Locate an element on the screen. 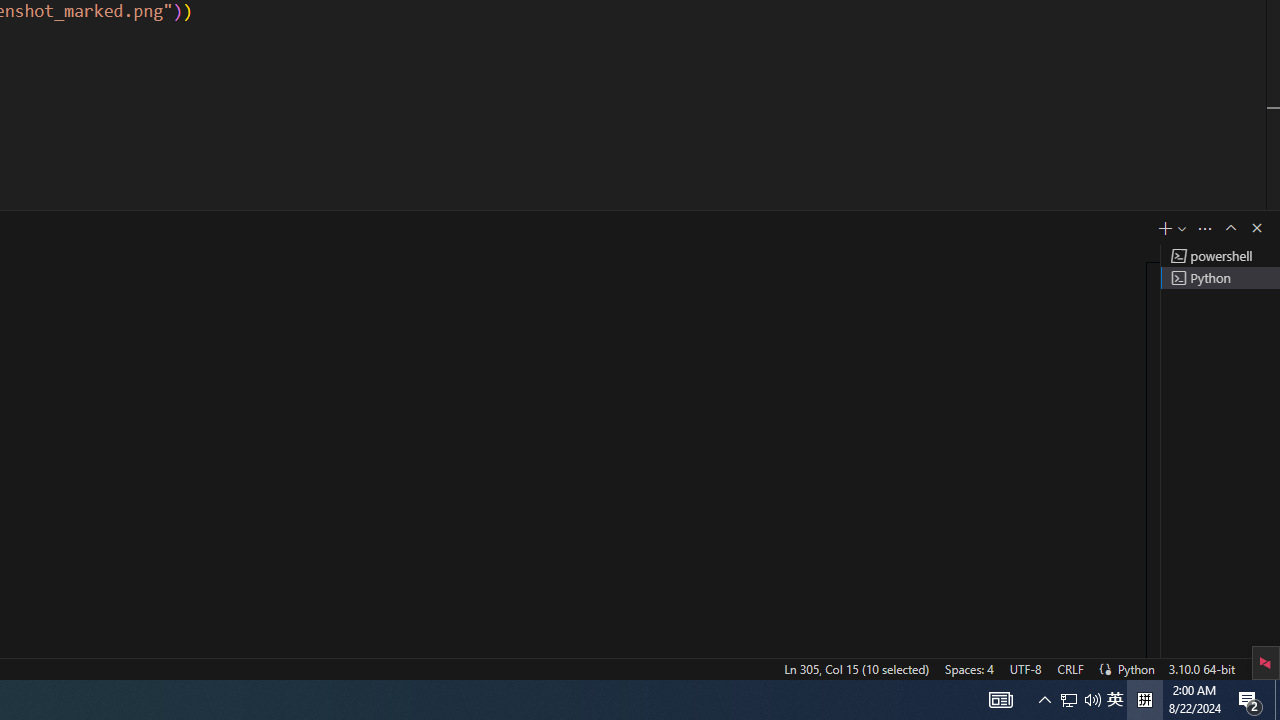 This screenshot has width=1280, height=720. 'Terminal 1 powershell' is located at coordinates (1219, 254).